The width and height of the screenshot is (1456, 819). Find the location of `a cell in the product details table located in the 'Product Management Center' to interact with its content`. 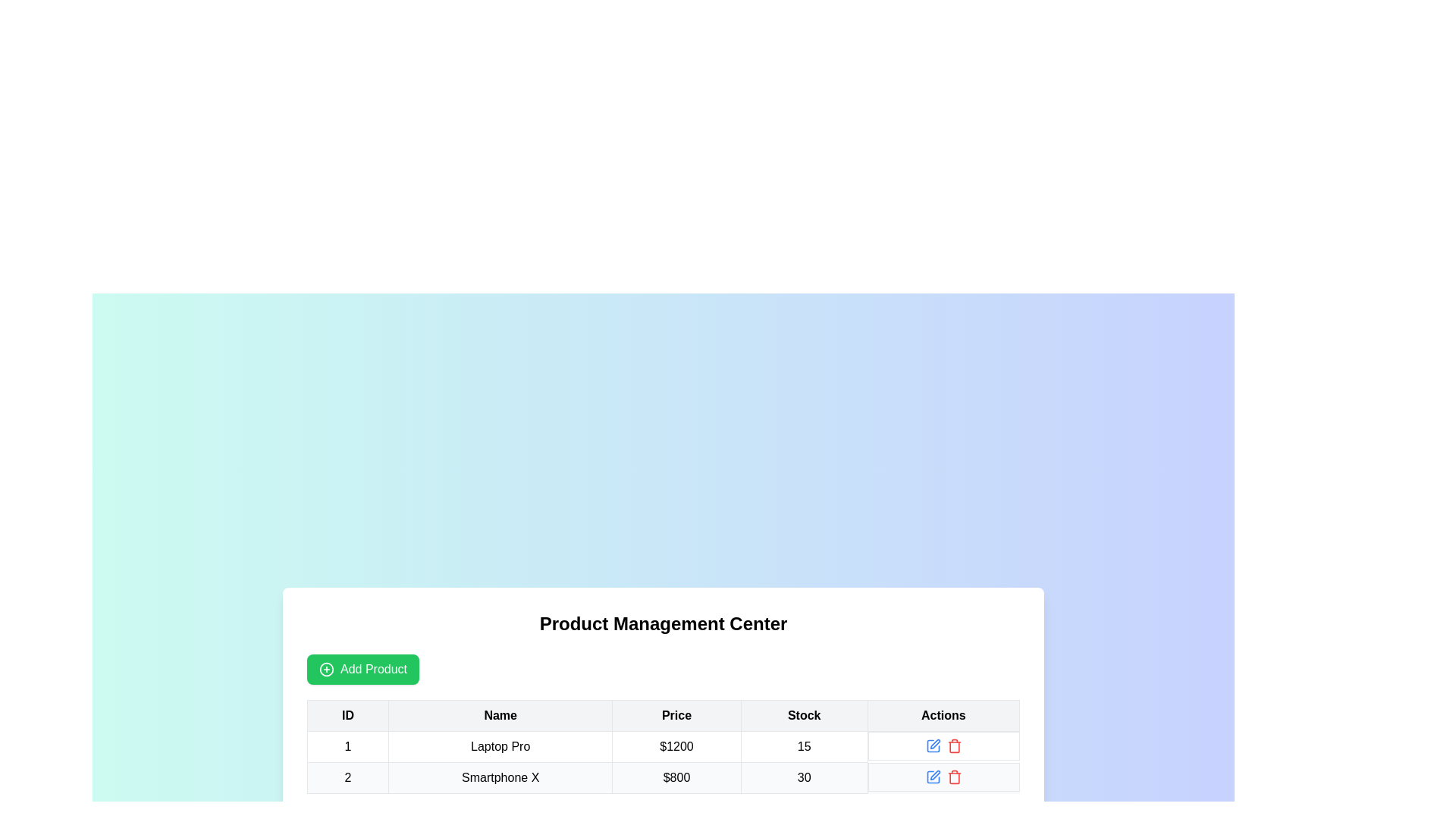

a cell in the product details table located in the 'Product Management Center' to interact with its content is located at coordinates (663, 745).